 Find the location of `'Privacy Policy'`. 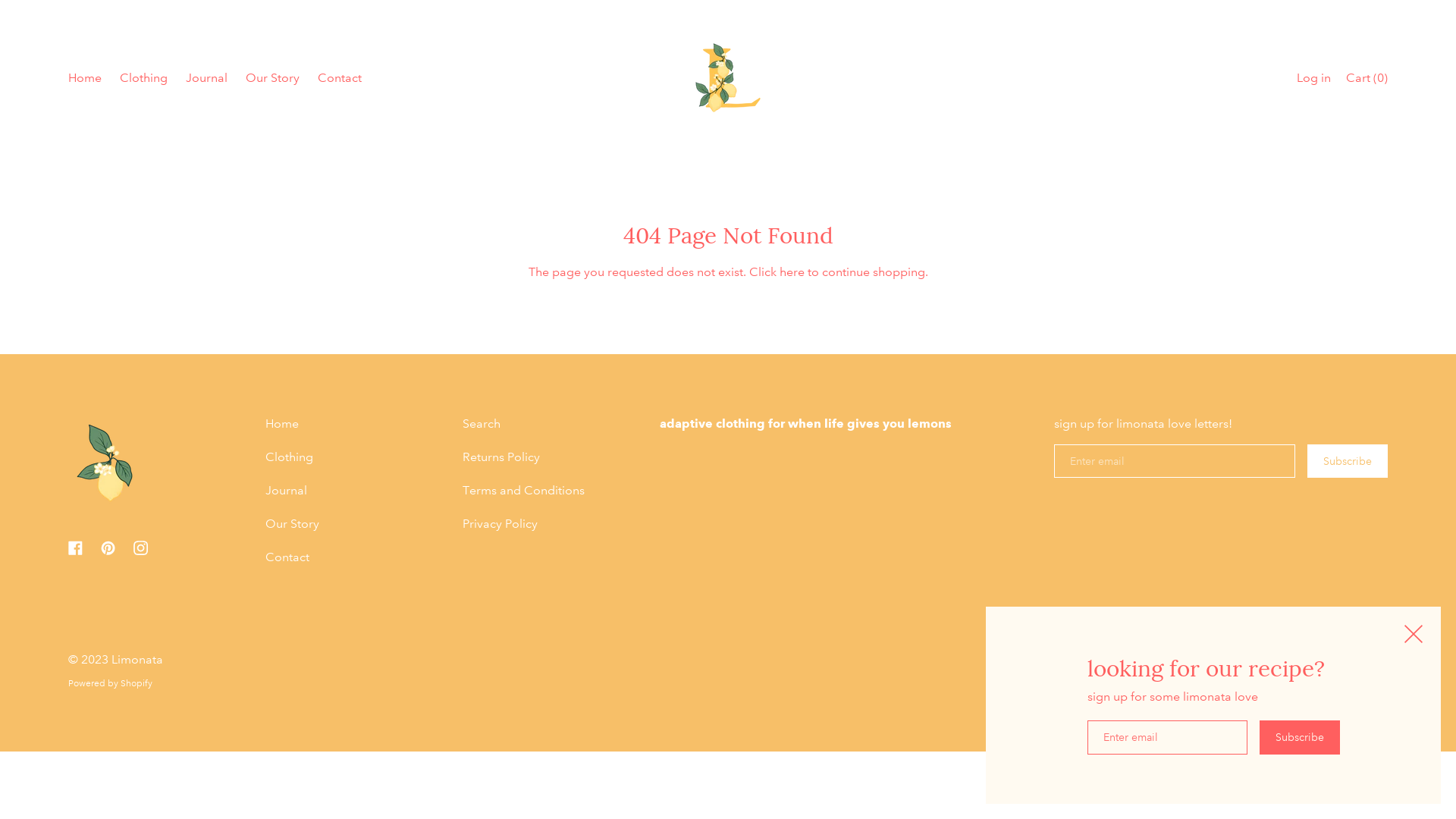

'Privacy Policy' is located at coordinates (500, 522).